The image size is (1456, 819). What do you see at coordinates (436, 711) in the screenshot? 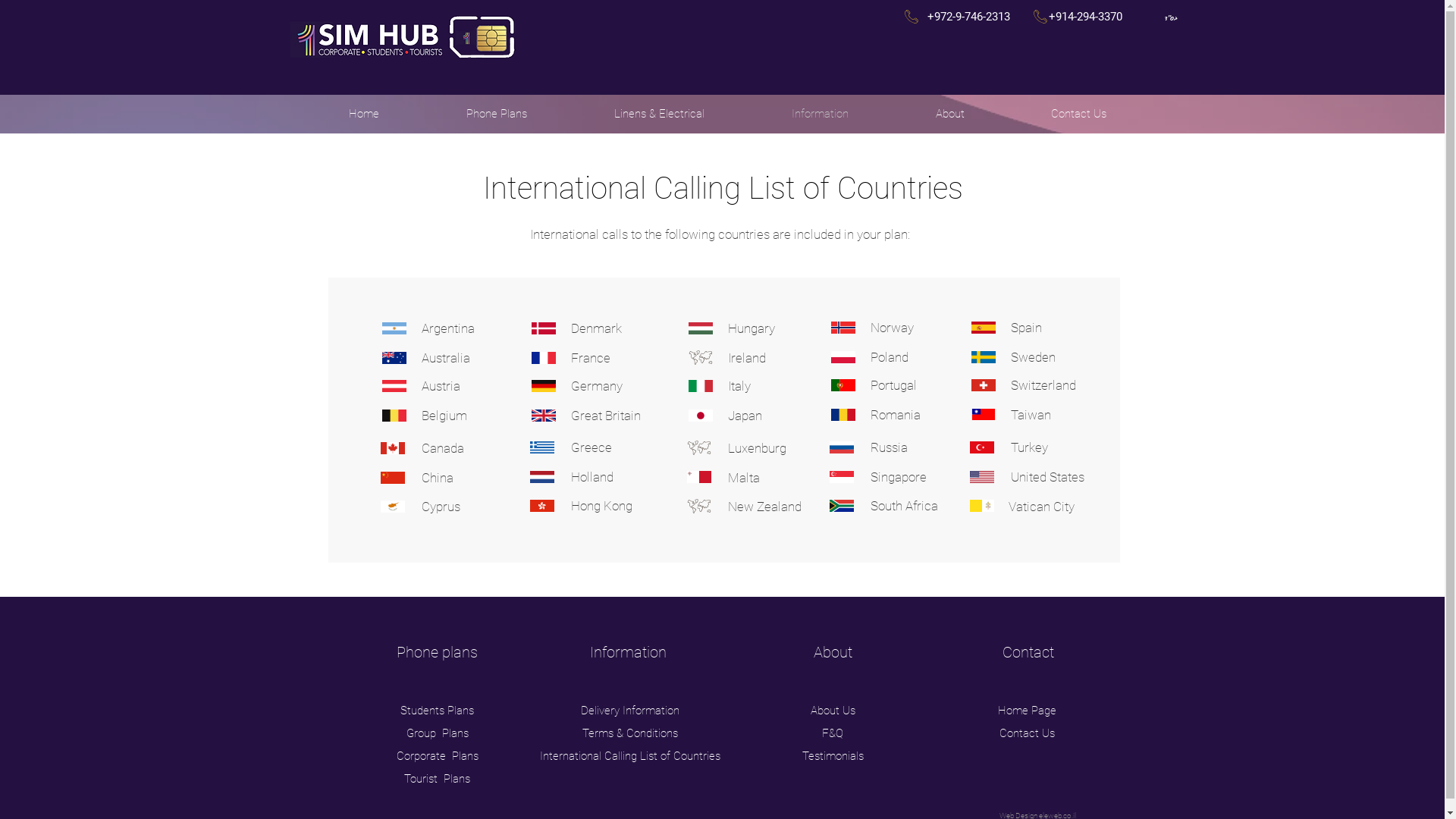
I see `'Students Plans'` at bounding box center [436, 711].